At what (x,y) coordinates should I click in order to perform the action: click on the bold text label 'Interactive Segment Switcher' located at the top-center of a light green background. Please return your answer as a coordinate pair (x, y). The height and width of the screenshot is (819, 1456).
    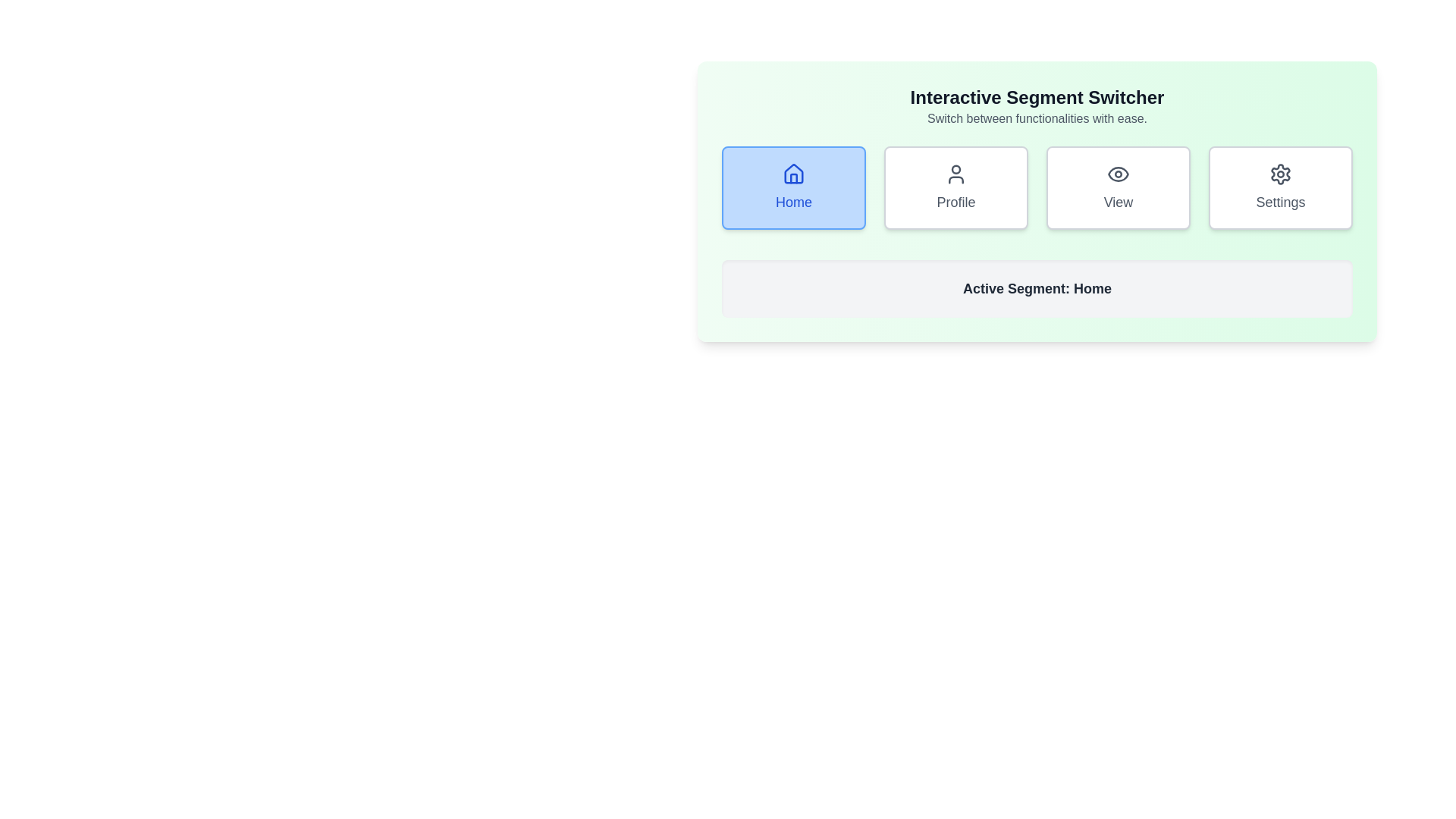
    Looking at the image, I should click on (1037, 97).